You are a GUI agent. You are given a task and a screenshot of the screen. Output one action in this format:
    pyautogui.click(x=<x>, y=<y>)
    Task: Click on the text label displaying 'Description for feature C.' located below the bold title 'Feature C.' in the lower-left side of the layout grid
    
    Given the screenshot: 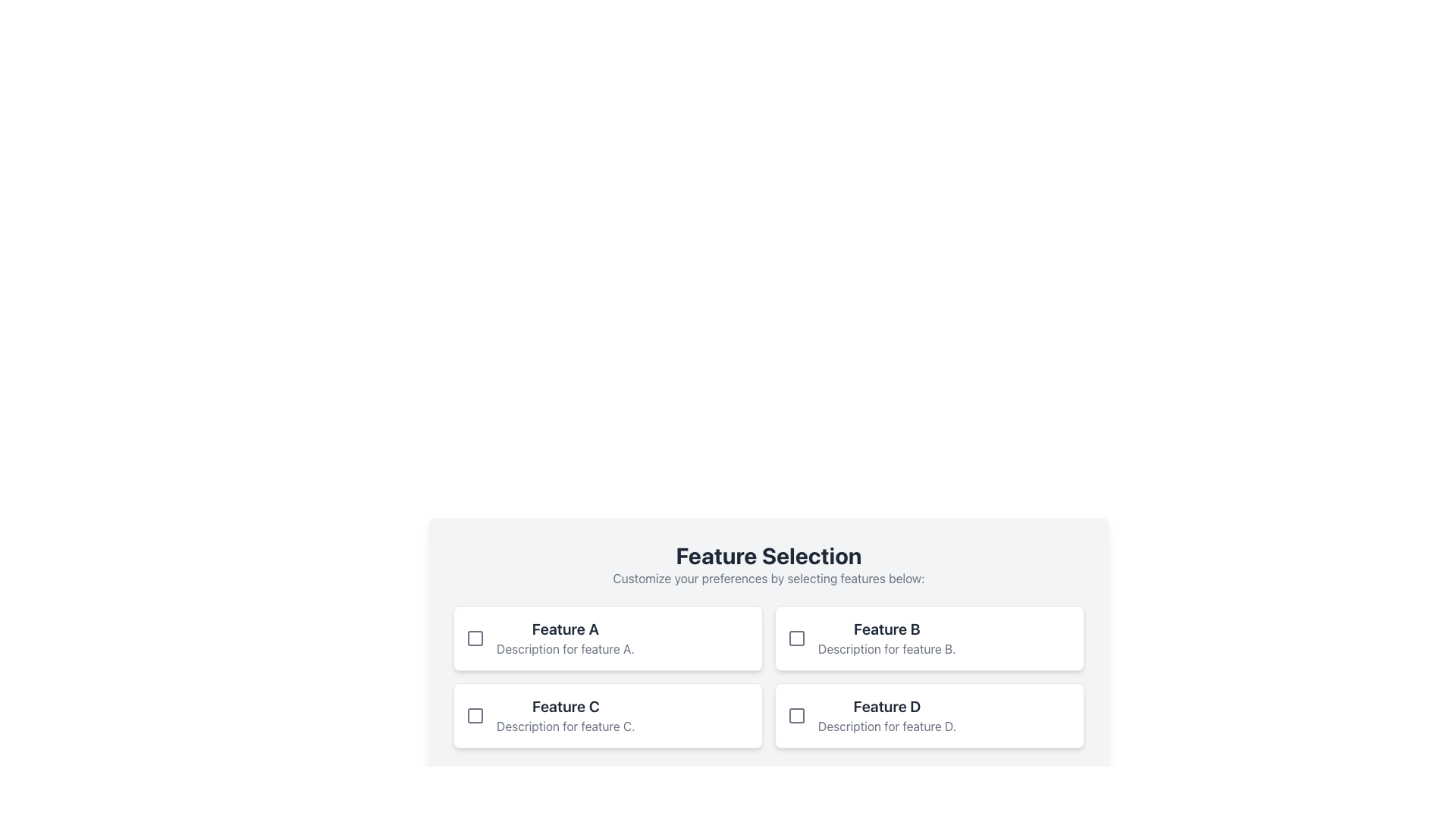 What is the action you would take?
    pyautogui.click(x=565, y=725)
    